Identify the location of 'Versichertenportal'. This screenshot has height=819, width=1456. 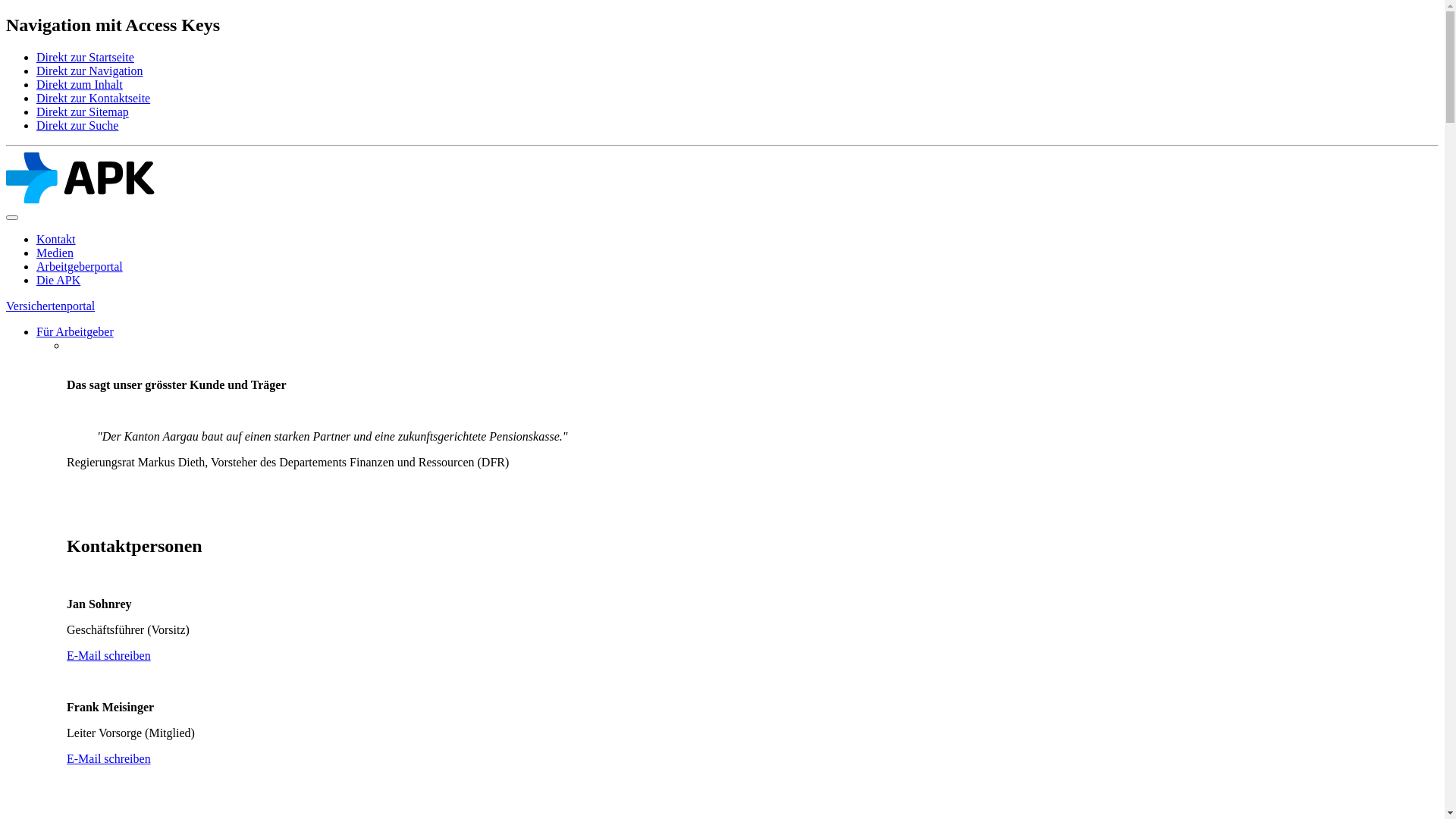
(50, 306).